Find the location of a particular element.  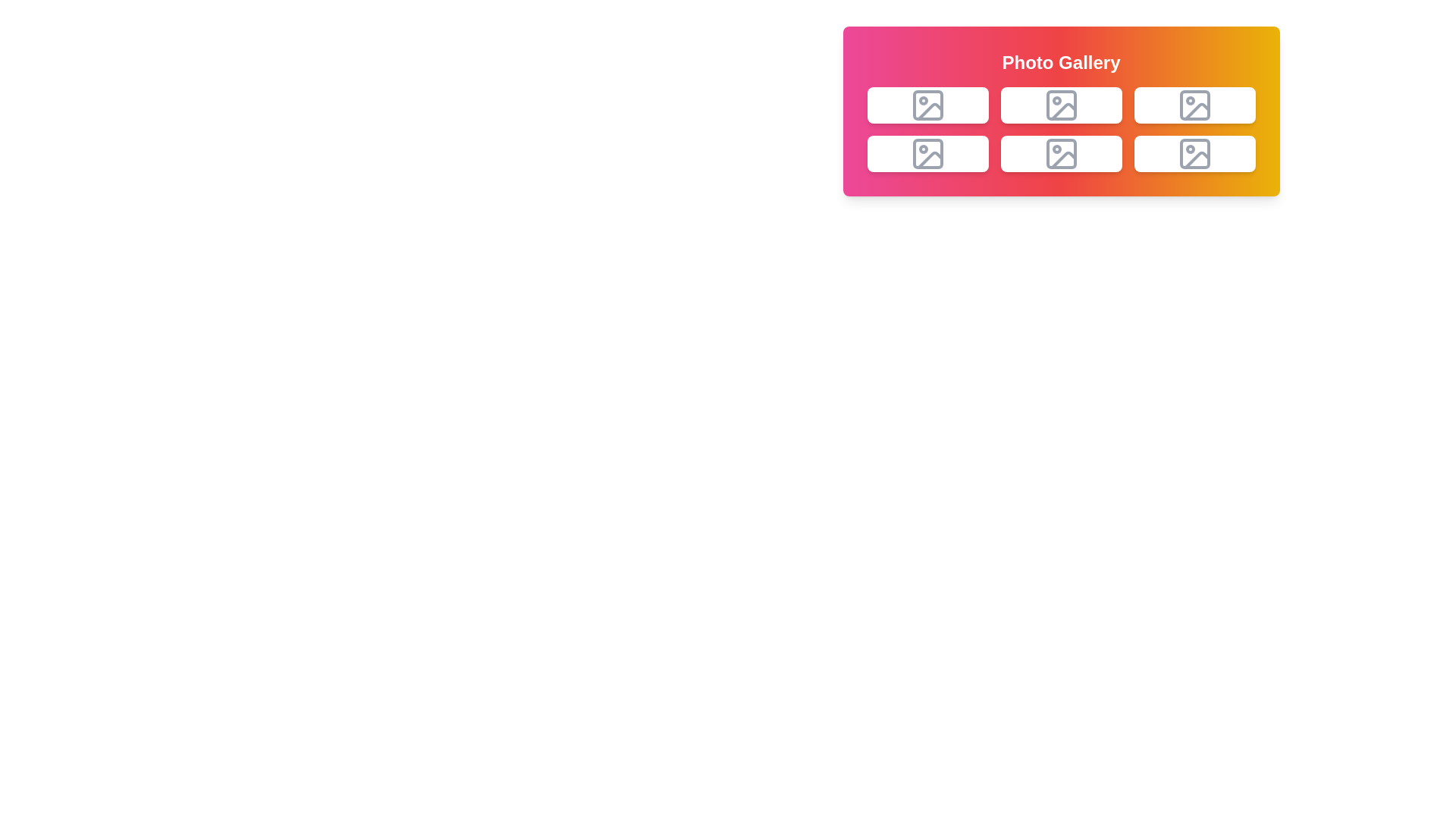

the first circular button with a white background and a blue eye icon is located at coordinates (1040, 154).